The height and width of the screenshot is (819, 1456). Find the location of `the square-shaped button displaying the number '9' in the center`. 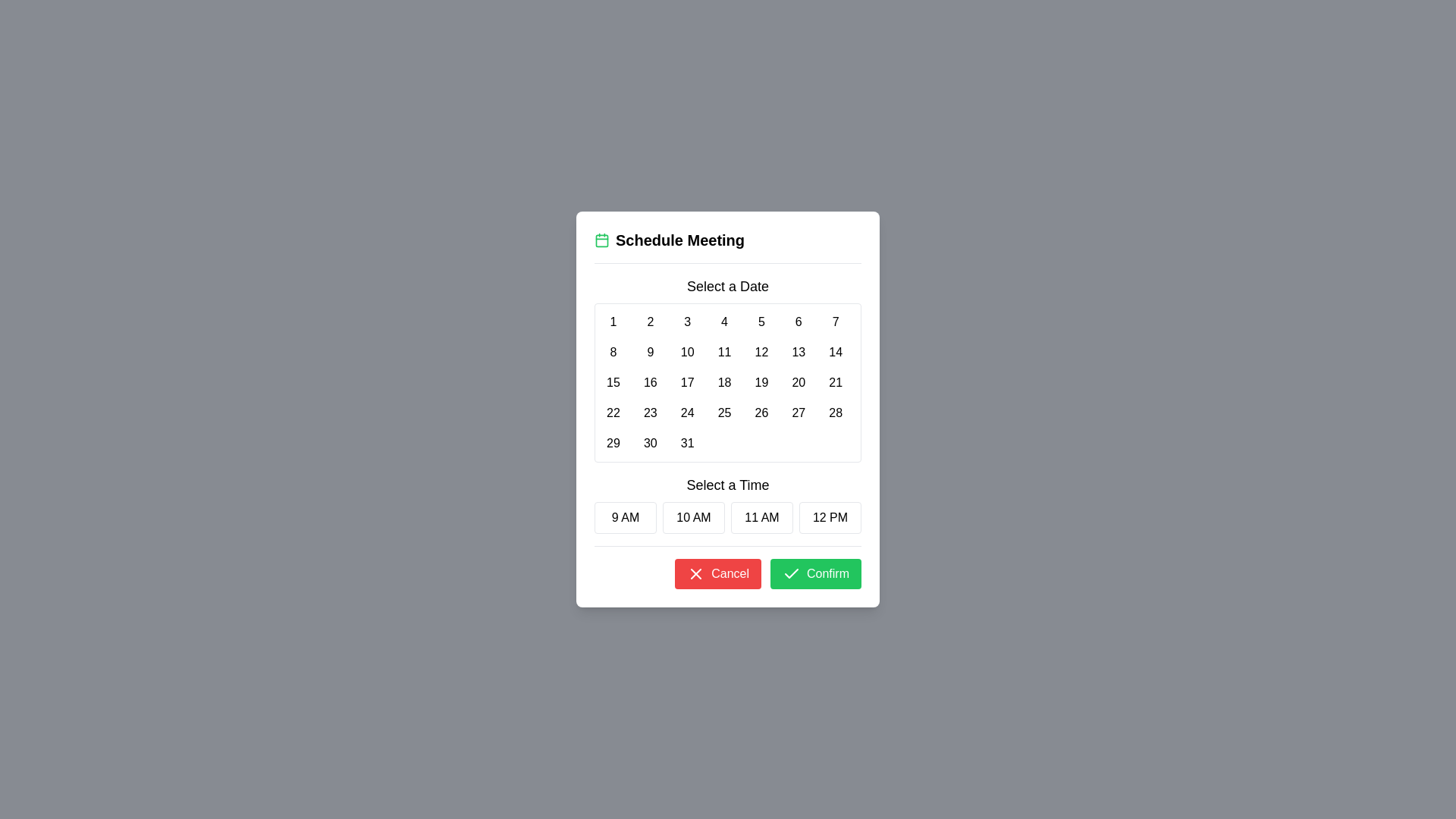

the square-shaped button displaying the number '9' in the center is located at coordinates (650, 353).